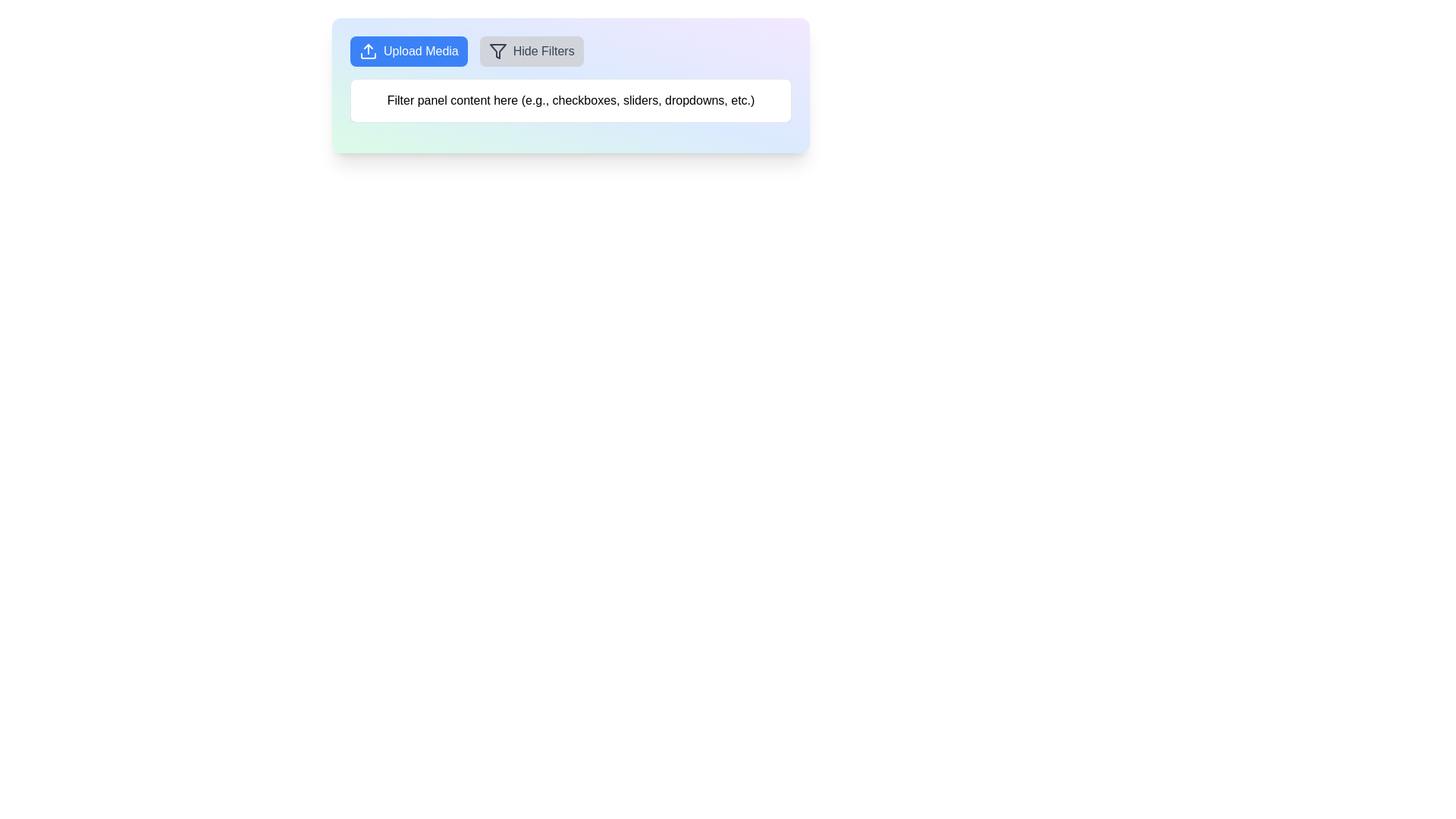 This screenshot has width=1456, height=819. What do you see at coordinates (532, 51) in the screenshot?
I see `the toggle button located to the right of the 'Upload Media' button` at bounding box center [532, 51].